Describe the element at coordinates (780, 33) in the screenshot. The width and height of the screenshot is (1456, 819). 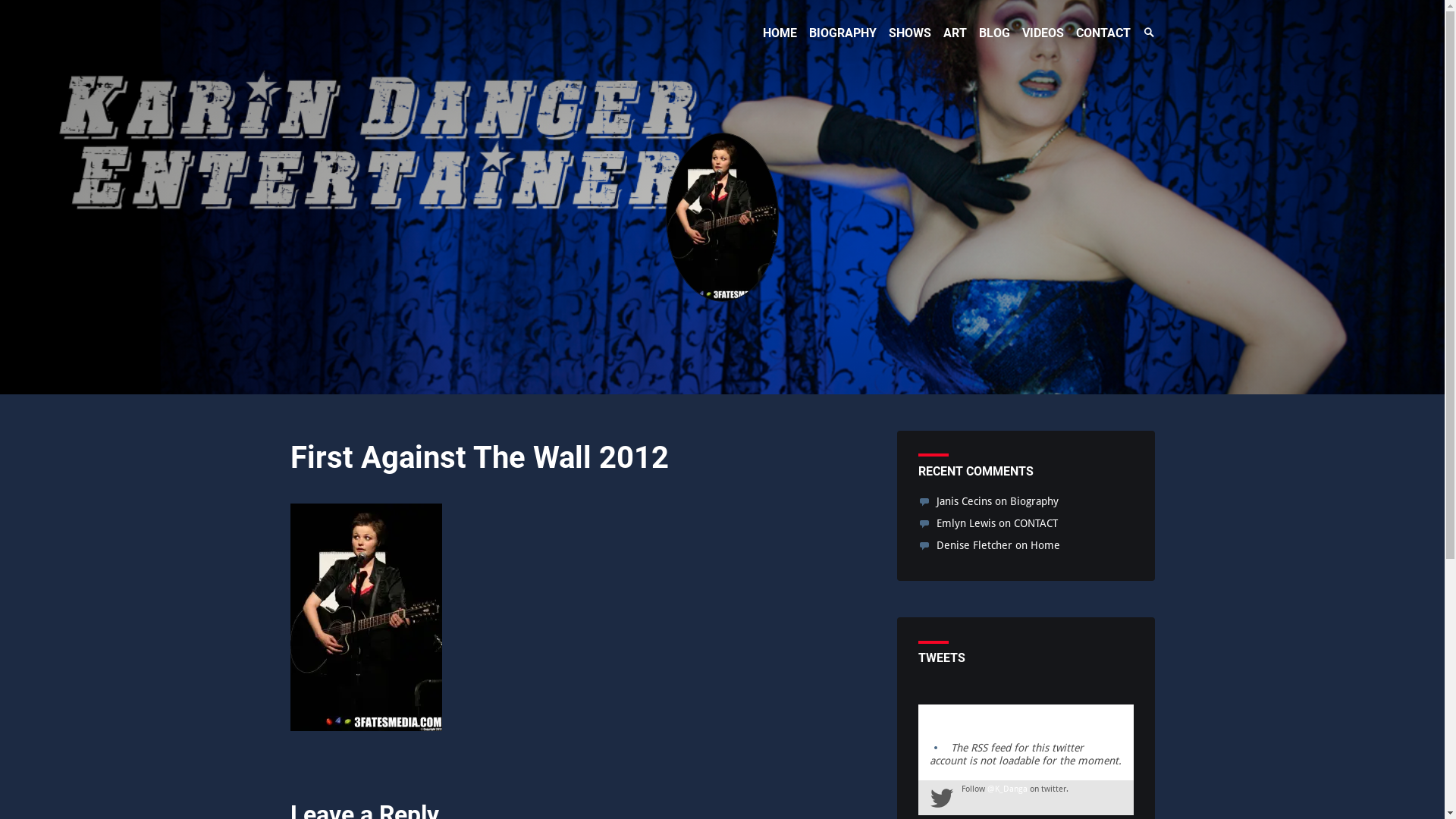
I see `'HOME'` at that location.